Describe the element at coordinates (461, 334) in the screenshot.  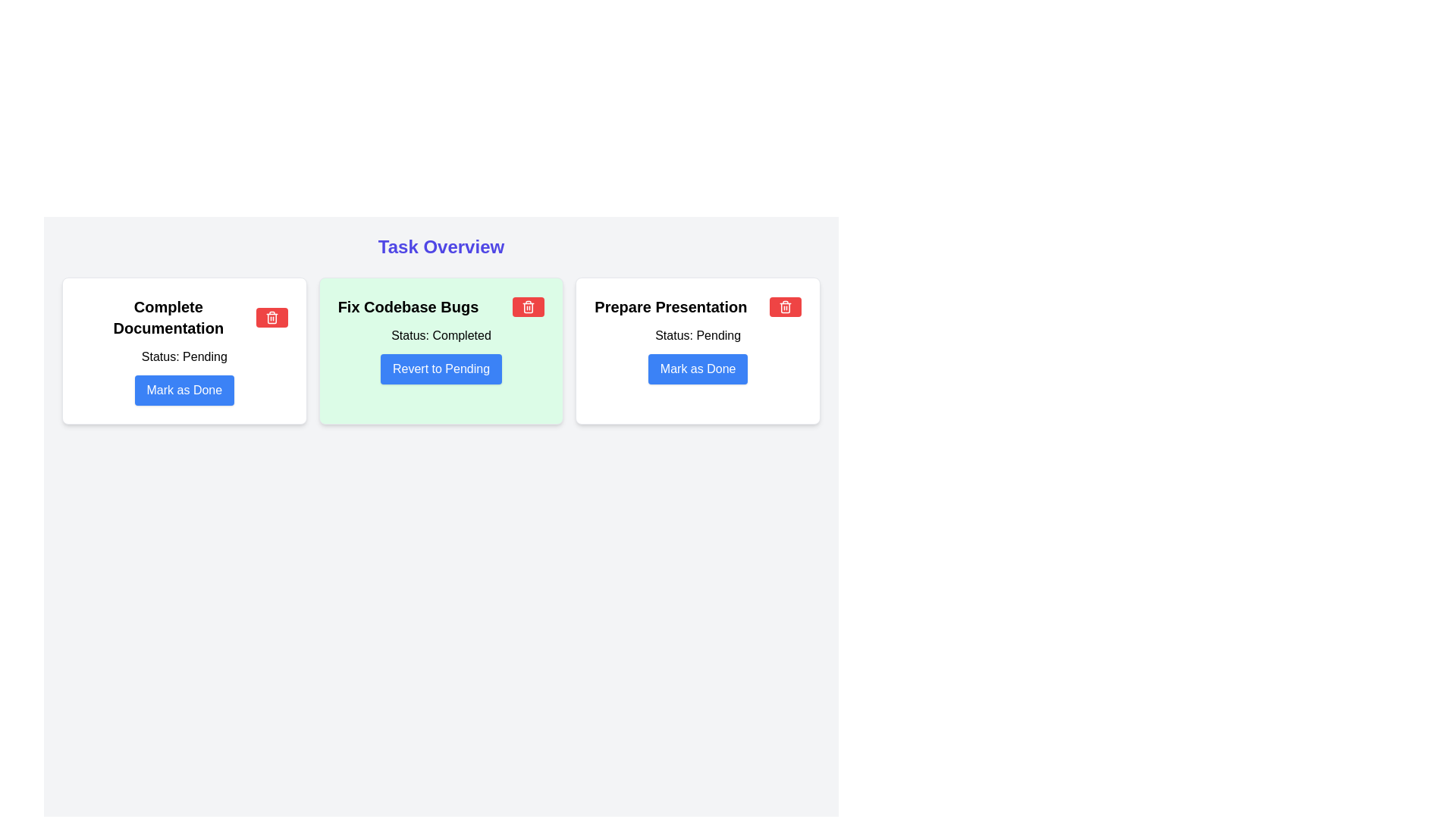
I see `the 'Completed' static text label located within the green card titled 'Fix Codebase Bugs', situated below the status line that follows 'Status:'` at that location.